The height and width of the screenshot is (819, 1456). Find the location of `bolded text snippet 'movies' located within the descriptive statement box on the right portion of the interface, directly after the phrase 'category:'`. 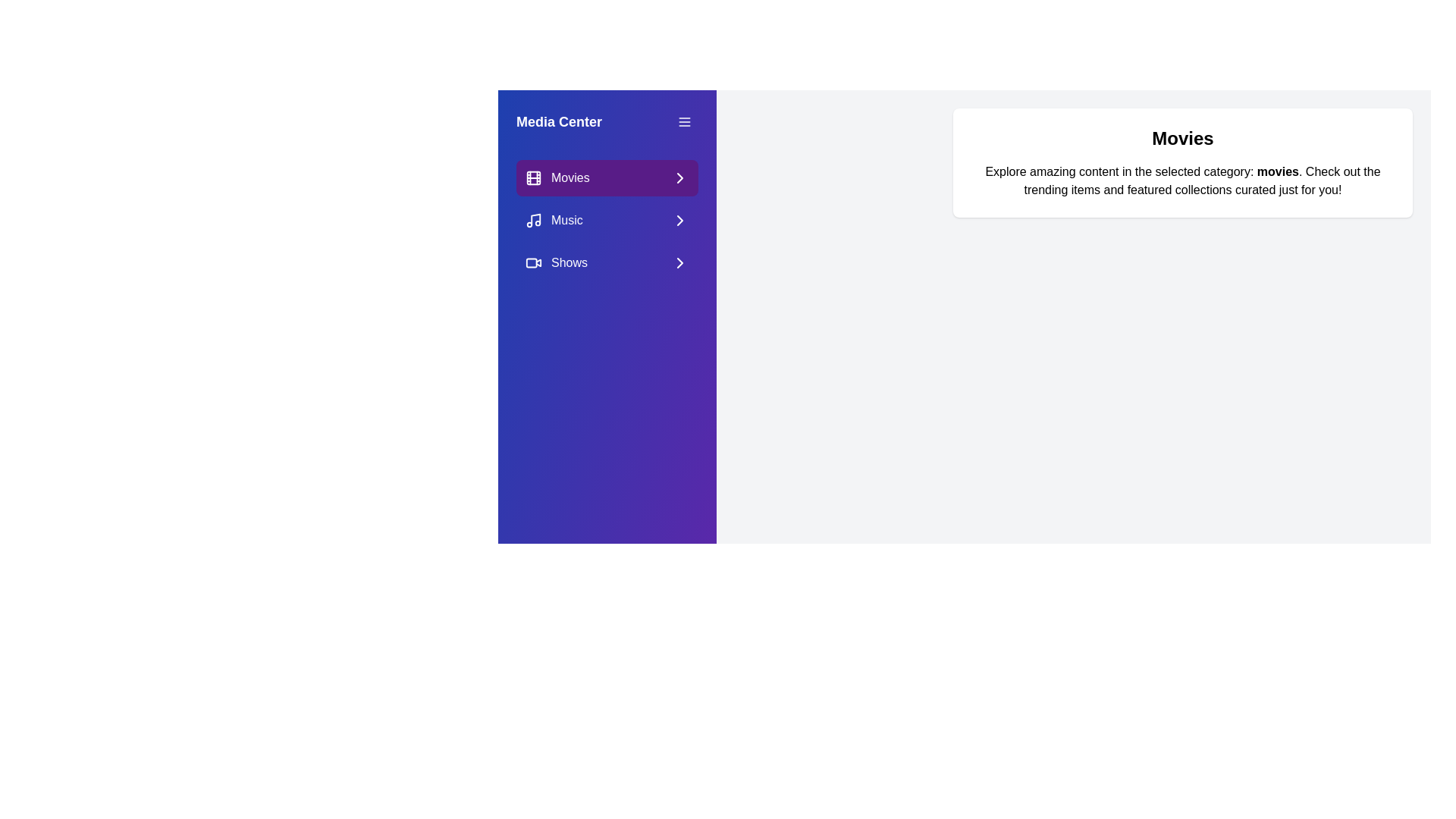

bolded text snippet 'movies' located within the descriptive statement box on the right portion of the interface, directly after the phrase 'category:' is located at coordinates (1277, 171).